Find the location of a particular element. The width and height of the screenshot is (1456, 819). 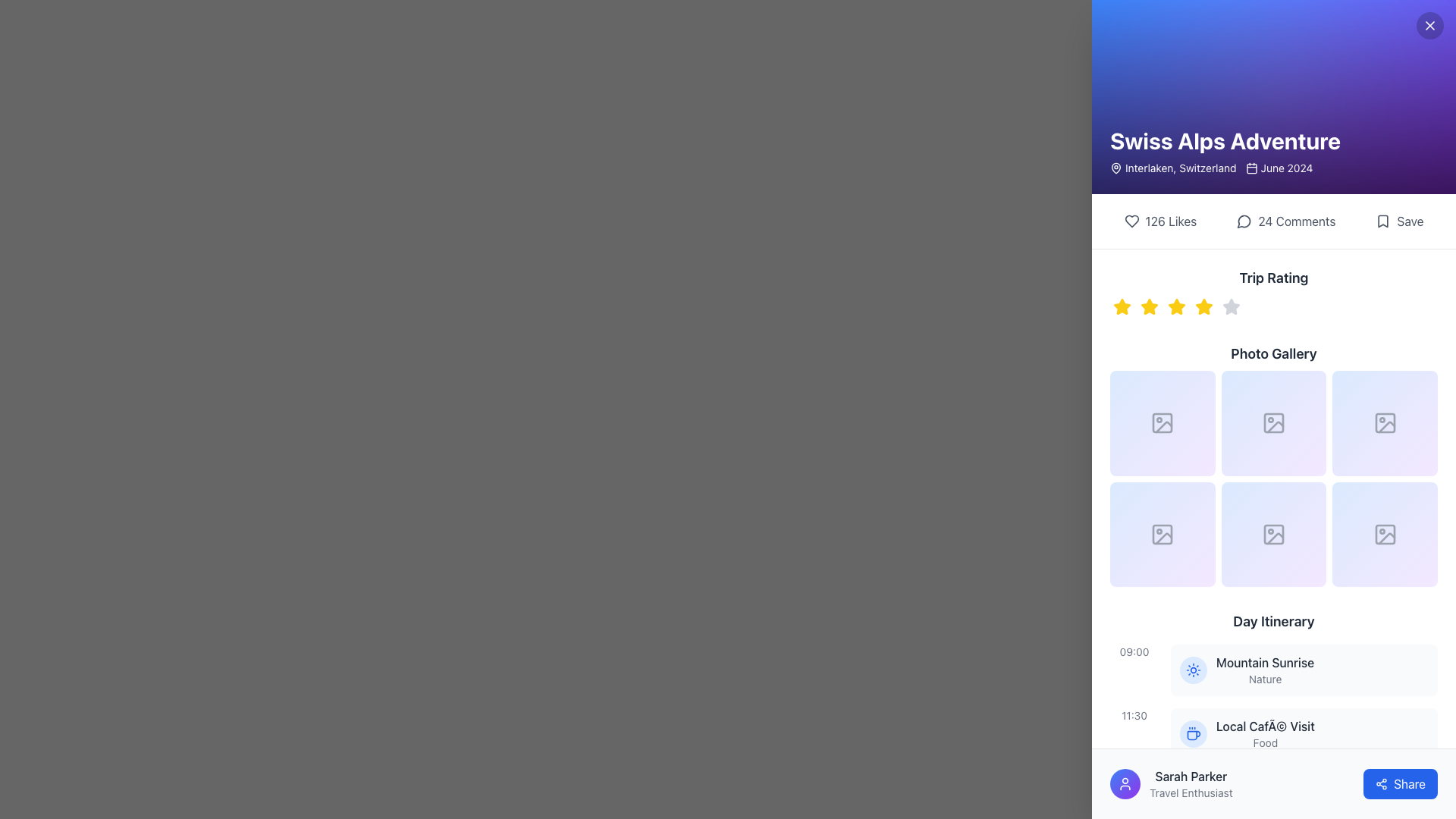

informational text that displays 'Interlaken, Switzerland' and 'June 2024', located near the top-left corner of the purple header section, following the title 'Swiss Alps Adventure' is located at coordinates (1225, 168).